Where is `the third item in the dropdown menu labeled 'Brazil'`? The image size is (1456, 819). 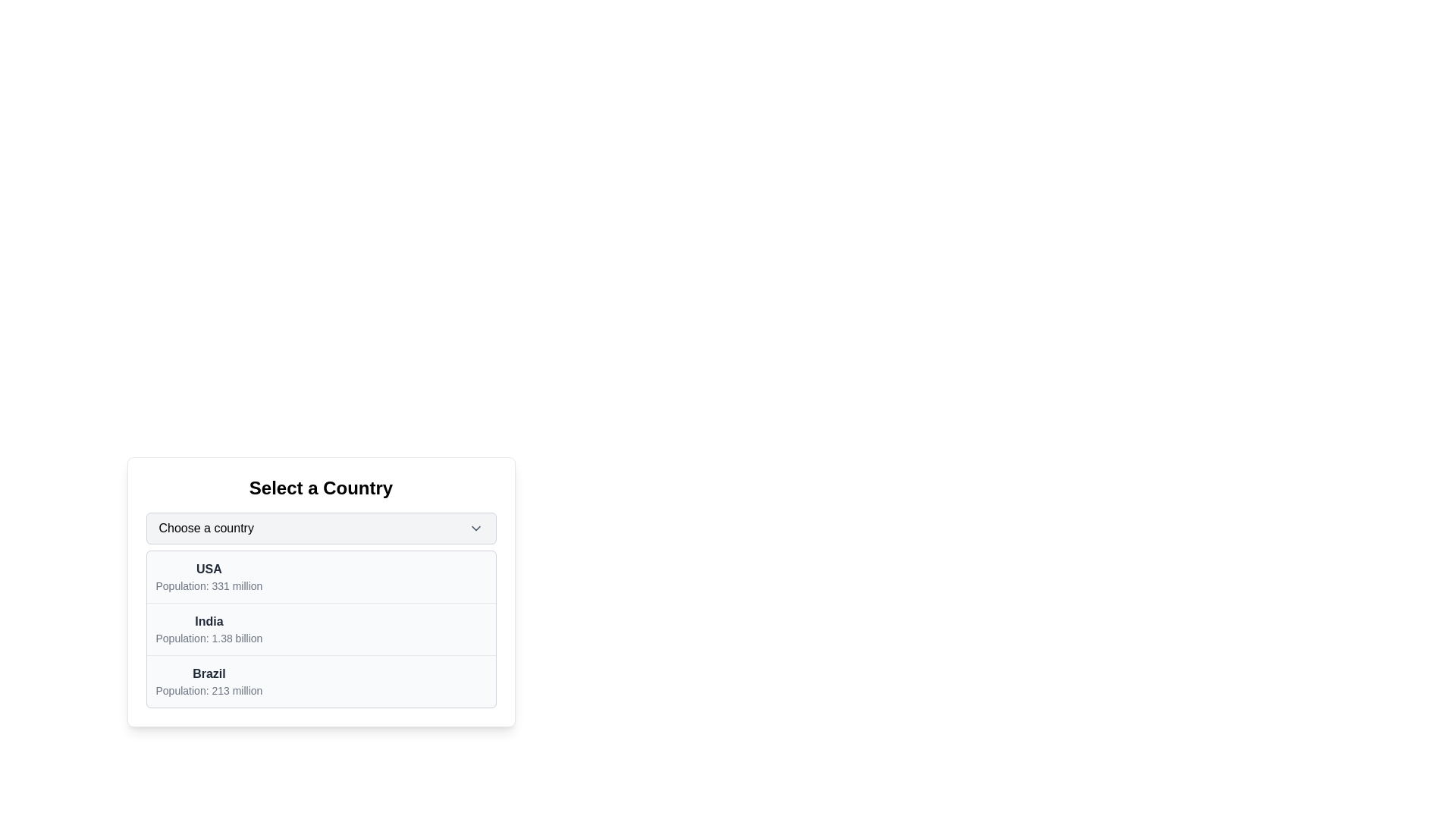
the third item in the dropdown menu labeled 'Brazil' is located at coordinates (208, 680).